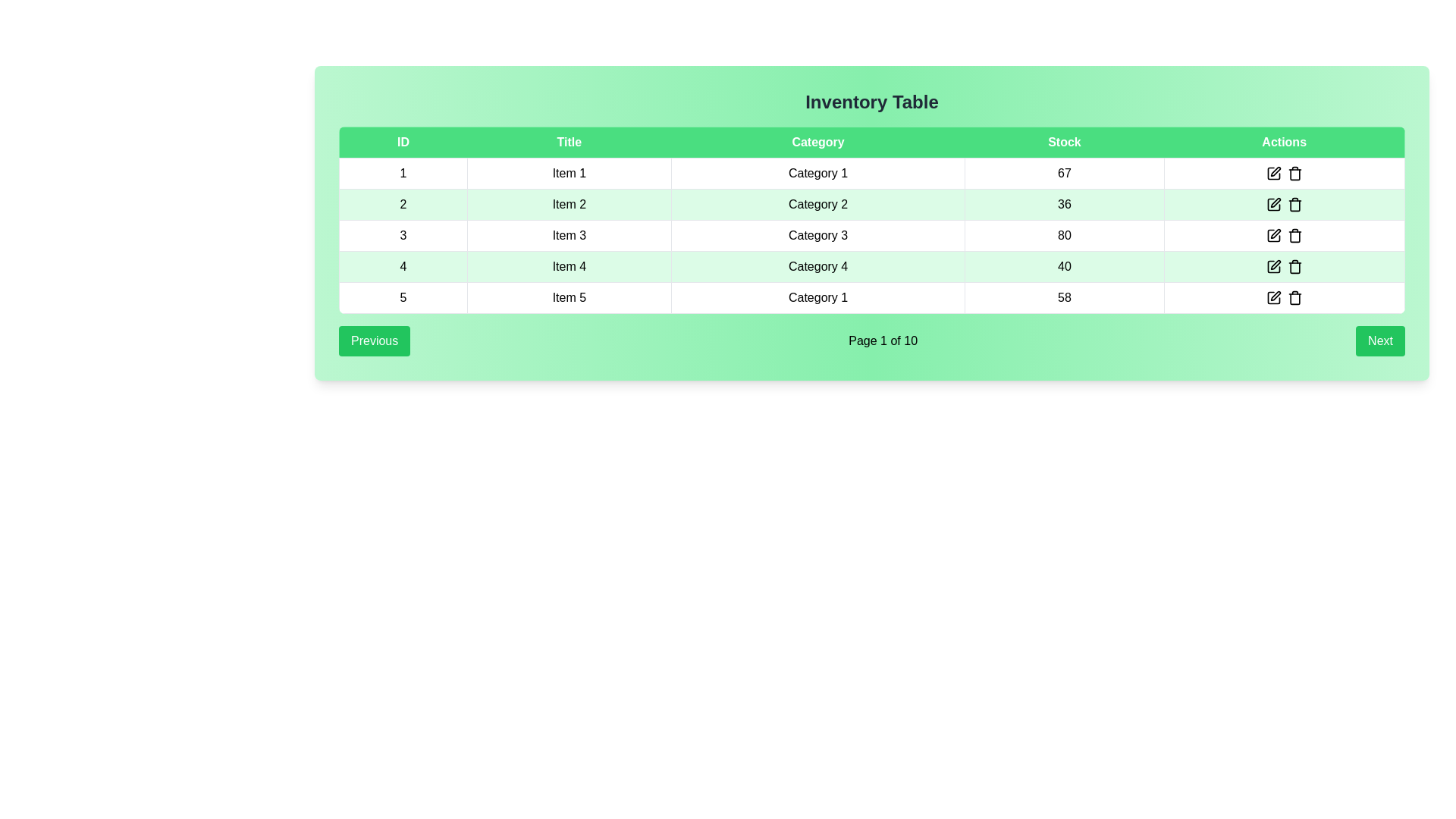  I want to click on the table cell displaying 'Category 2' in the 'Inventory Table' which is located in the third column of the second row, so click(817, 205).